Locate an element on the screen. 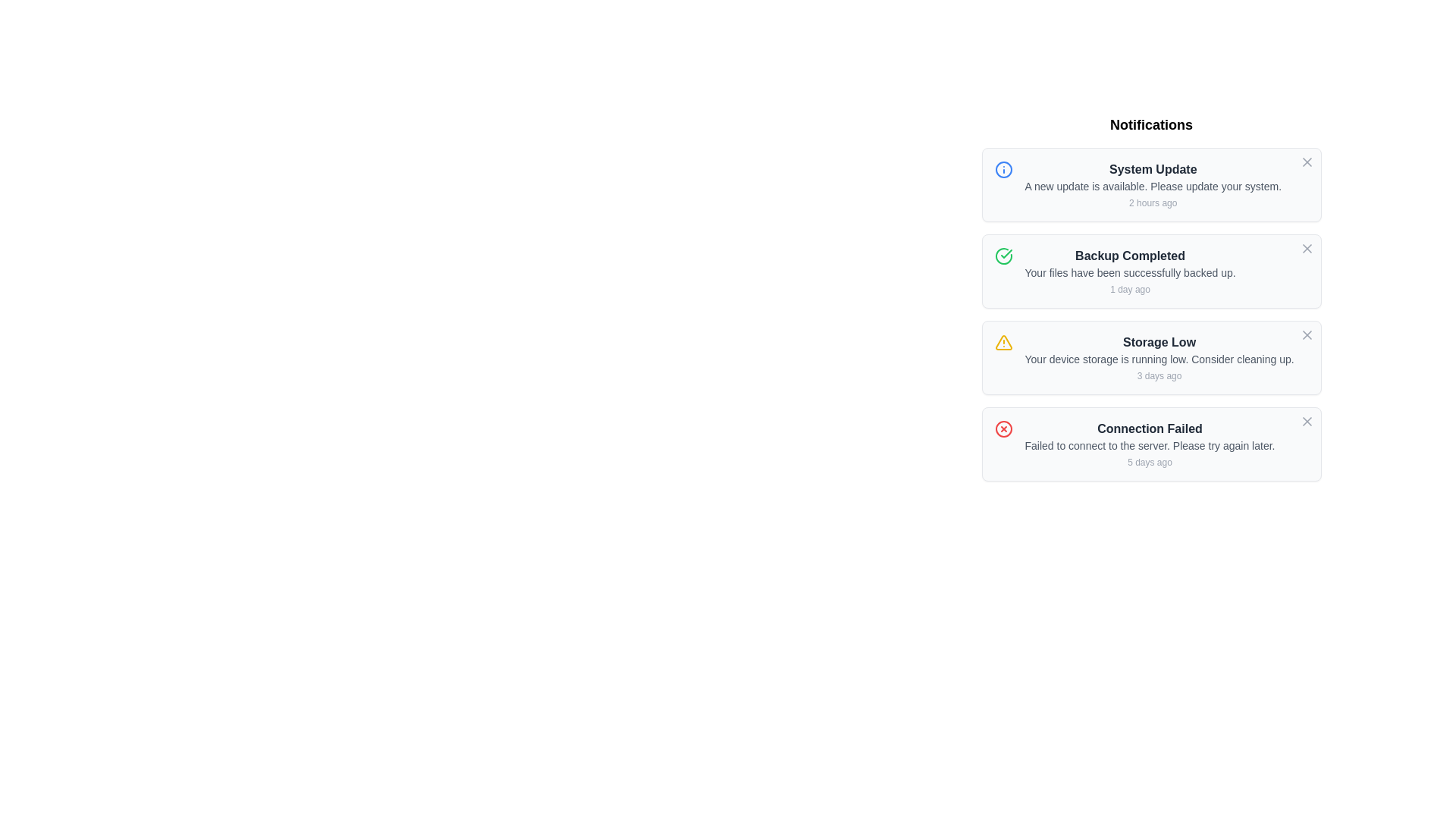  the Text Label element displaying '1 day ago' which is located at the bottom of the notification box titled 'Backup Completed' is located at coordinates (1130, 289).